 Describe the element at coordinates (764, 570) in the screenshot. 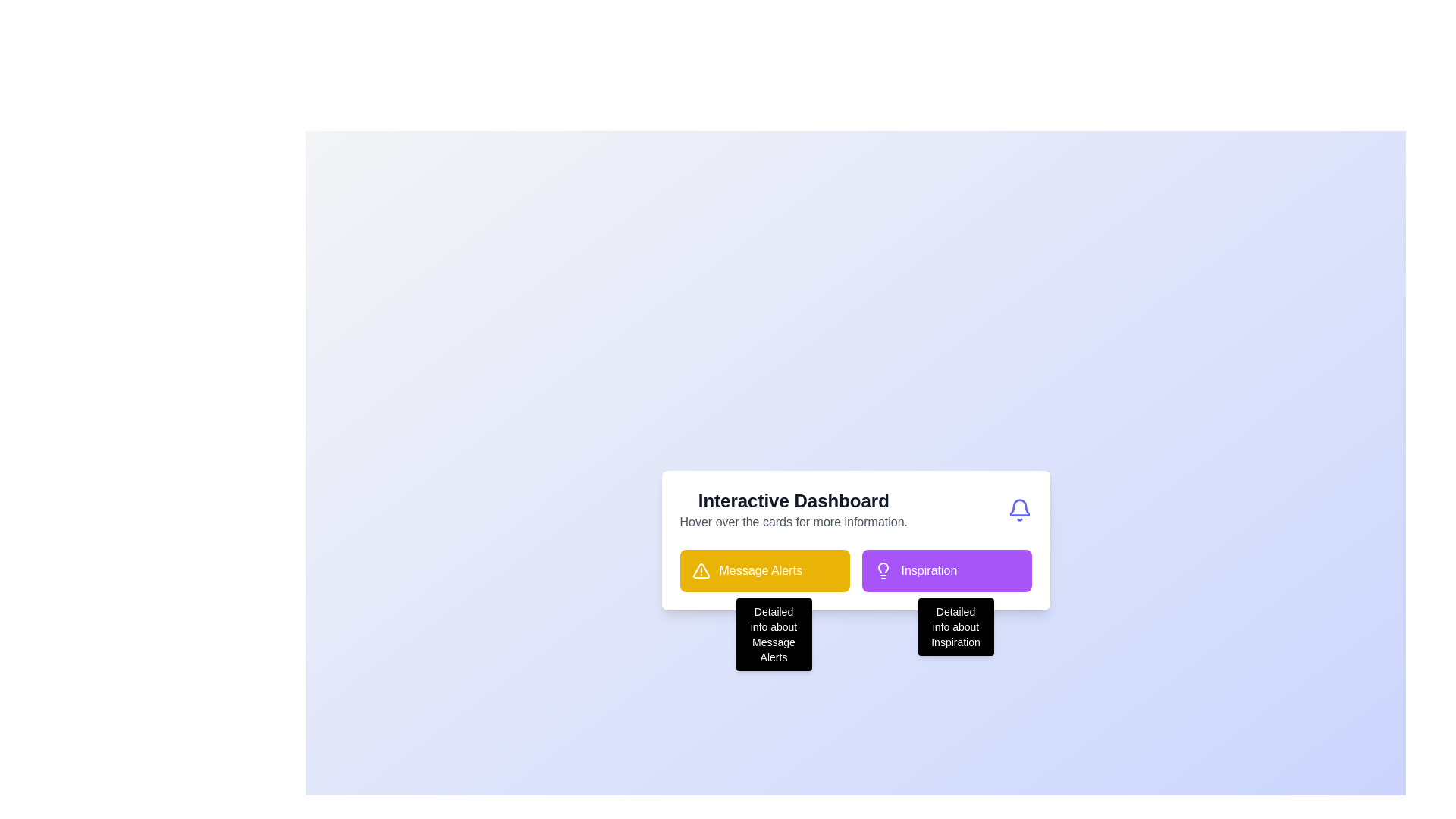

I see `the 'Message Alerts' button, which is a rectangular button with a bright yellow background and a triangular warning icon on the left, located below the 'Interactive Dashboard' title` at that location.